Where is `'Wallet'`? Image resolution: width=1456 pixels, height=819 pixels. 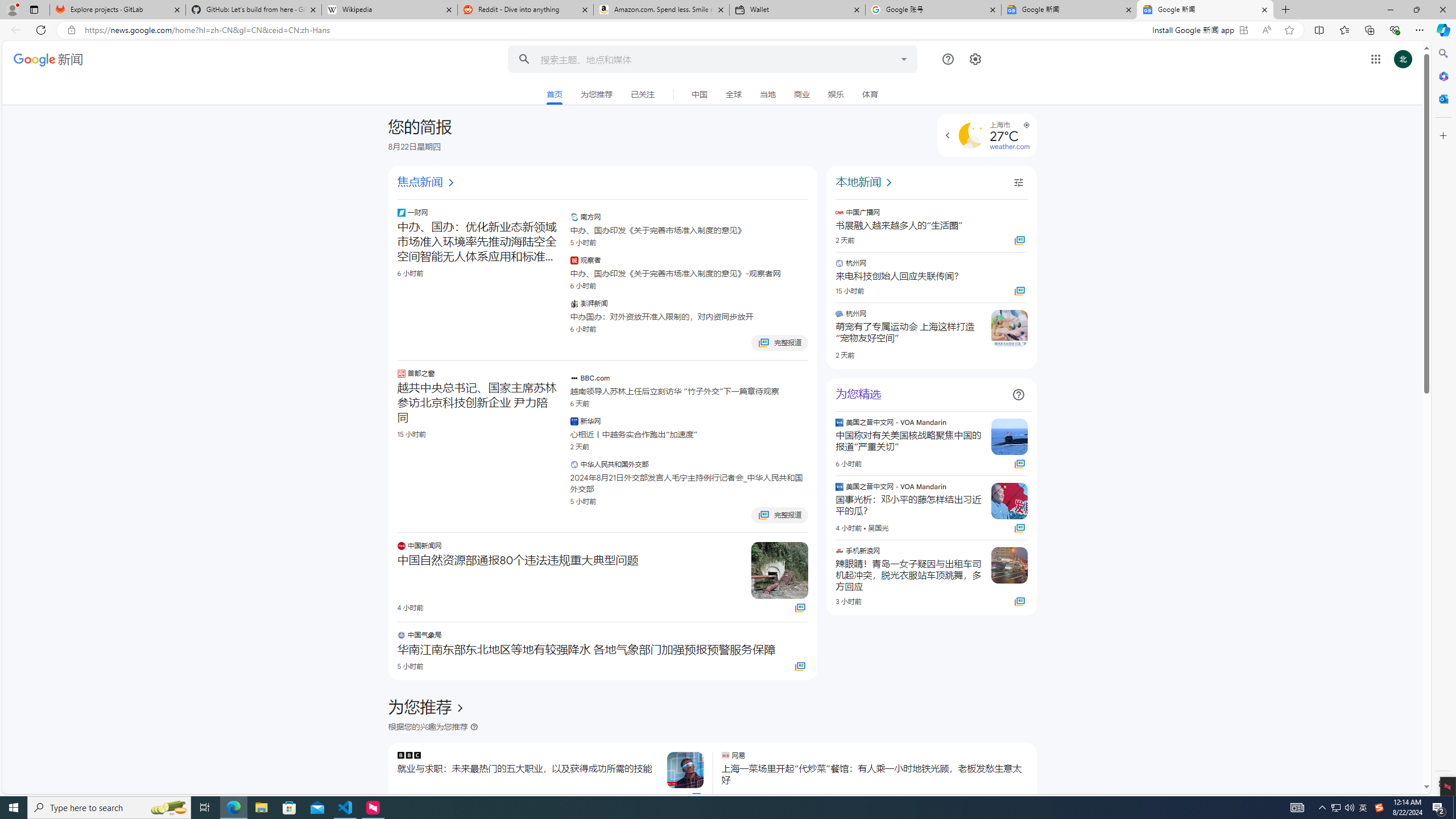 'Wallet' is located at coordinates (797, 9).